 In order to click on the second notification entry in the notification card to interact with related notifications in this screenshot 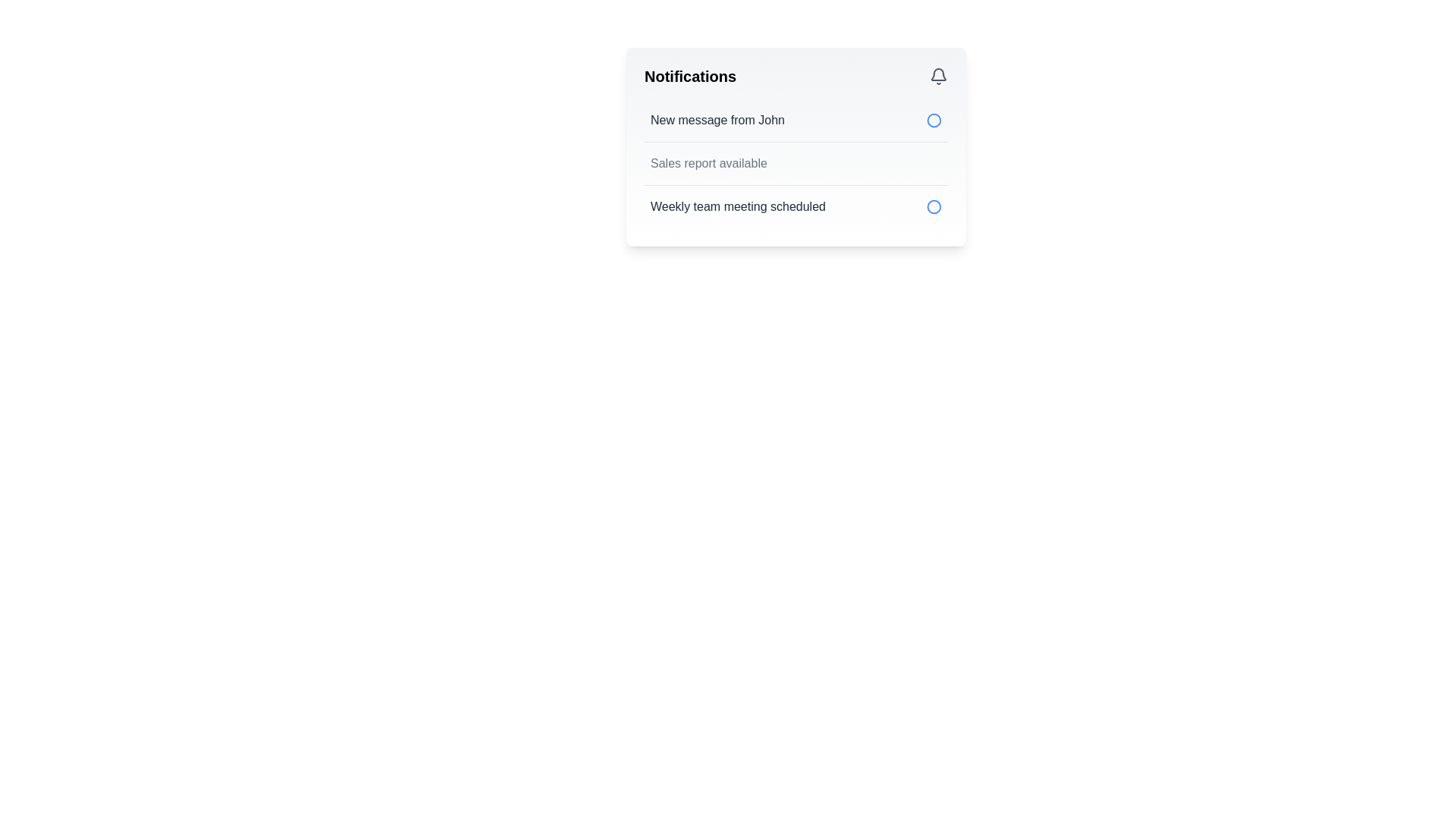, I will do `click(795, 164)`.